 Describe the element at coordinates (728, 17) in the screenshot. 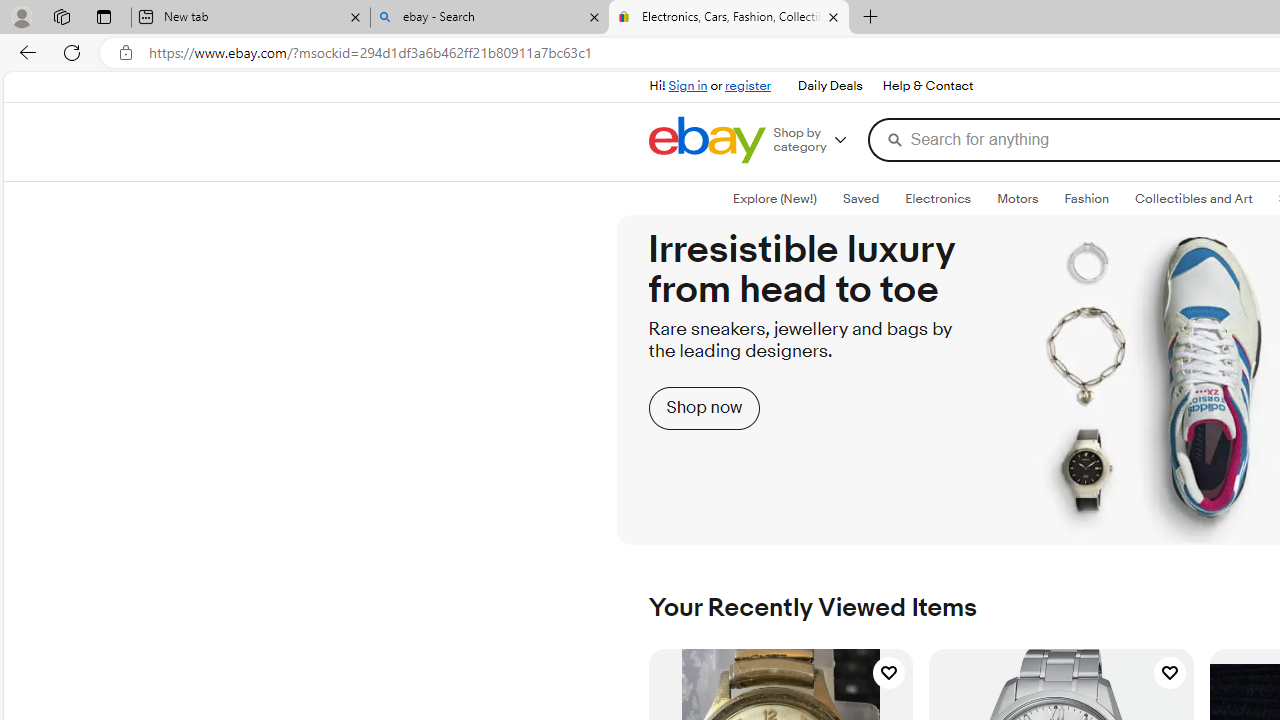

I see `'Electronics, Cars, Fashion, Collectibles & More | eBay'` at that location.